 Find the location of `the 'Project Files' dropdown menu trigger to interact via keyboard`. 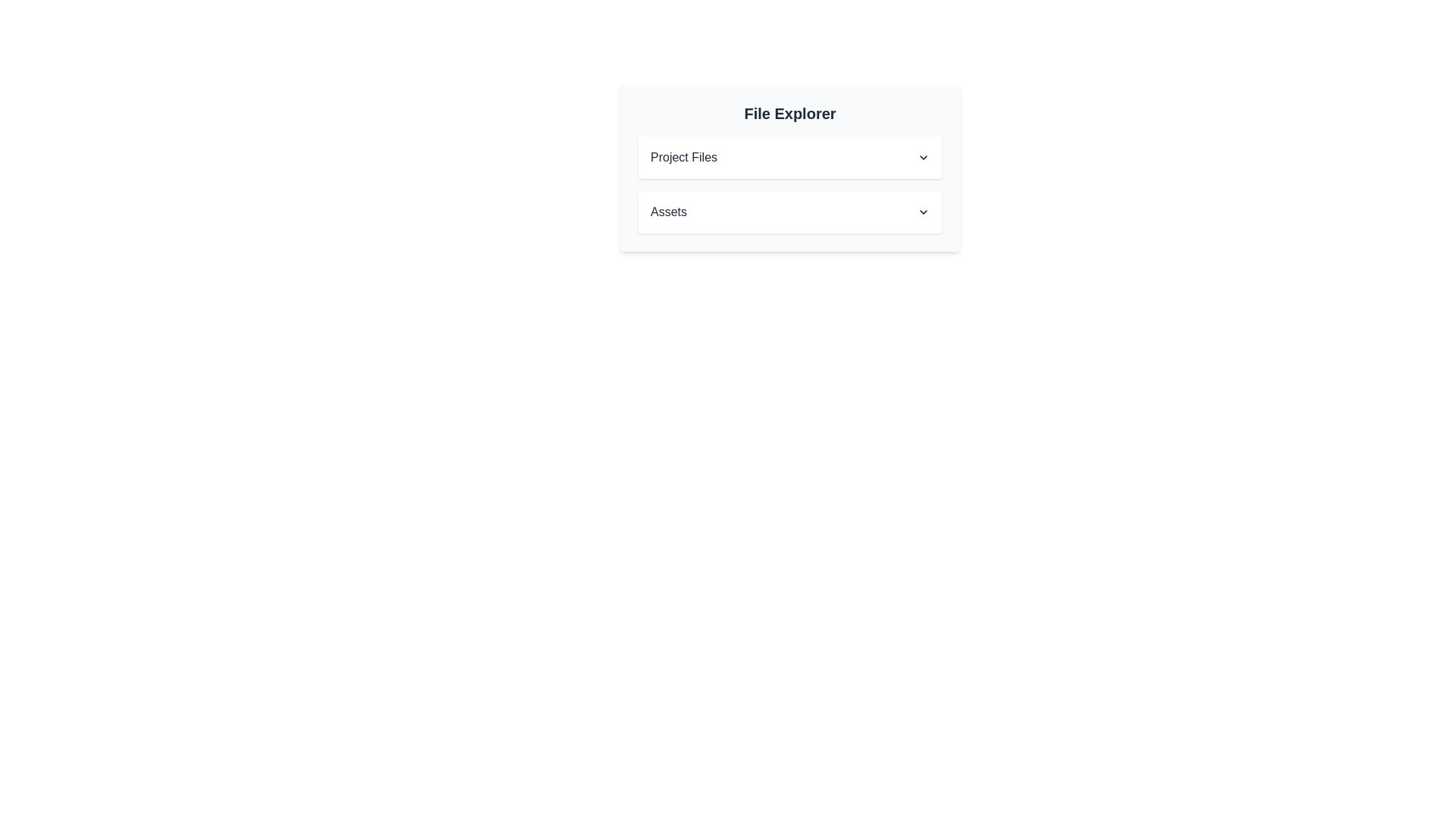

the 'Project Files' dropdown menu trigger to interact via keyboard is located at coordinates (789, 158).